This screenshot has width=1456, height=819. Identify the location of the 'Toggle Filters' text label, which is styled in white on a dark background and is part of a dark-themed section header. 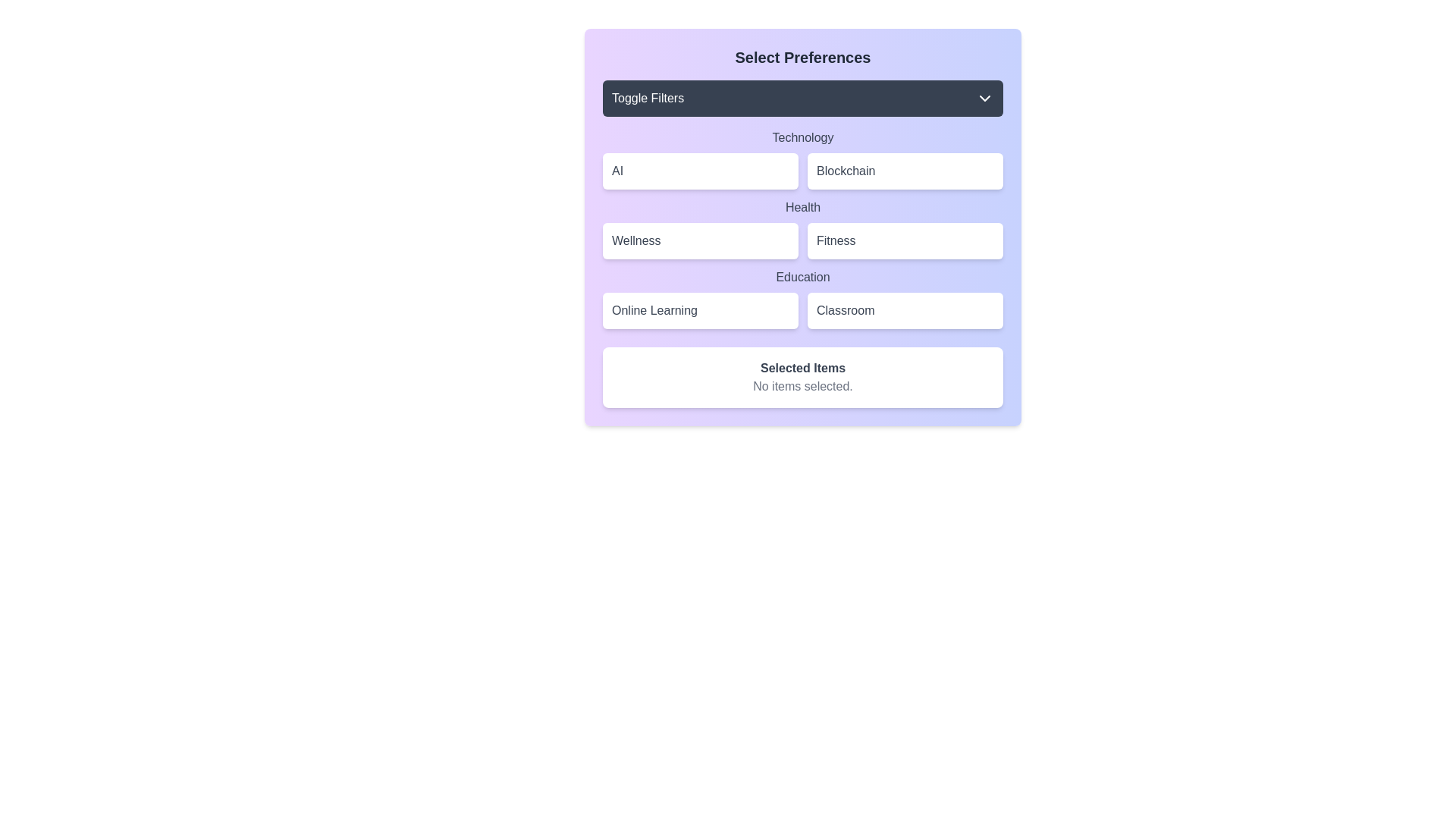
(648, 99).